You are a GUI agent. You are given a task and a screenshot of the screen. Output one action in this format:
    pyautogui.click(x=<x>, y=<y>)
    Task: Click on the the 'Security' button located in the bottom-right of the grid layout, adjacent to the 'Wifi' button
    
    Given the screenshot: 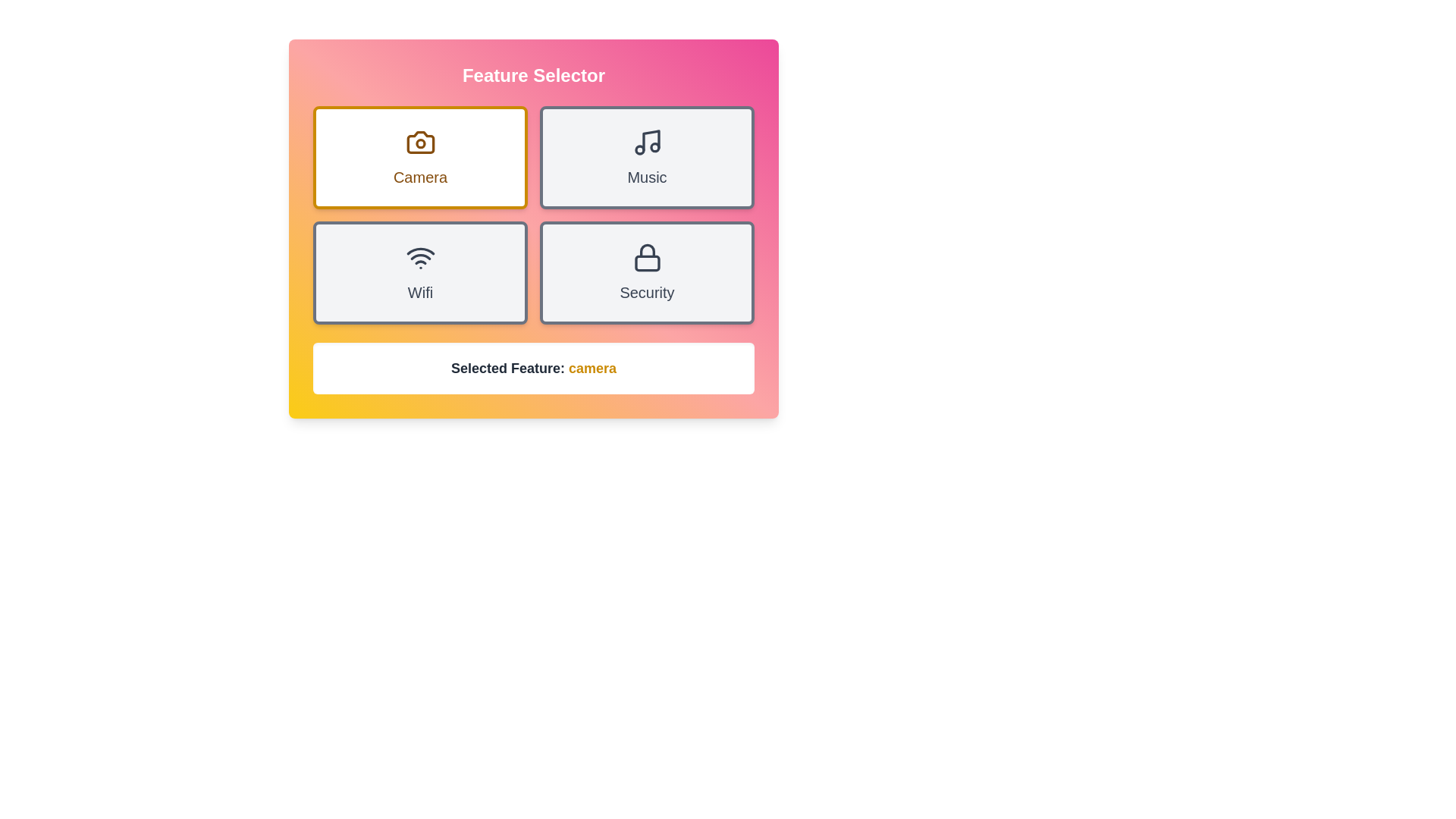 What is the action you would take?
    pyautogui.click(x=647, y=271)
    